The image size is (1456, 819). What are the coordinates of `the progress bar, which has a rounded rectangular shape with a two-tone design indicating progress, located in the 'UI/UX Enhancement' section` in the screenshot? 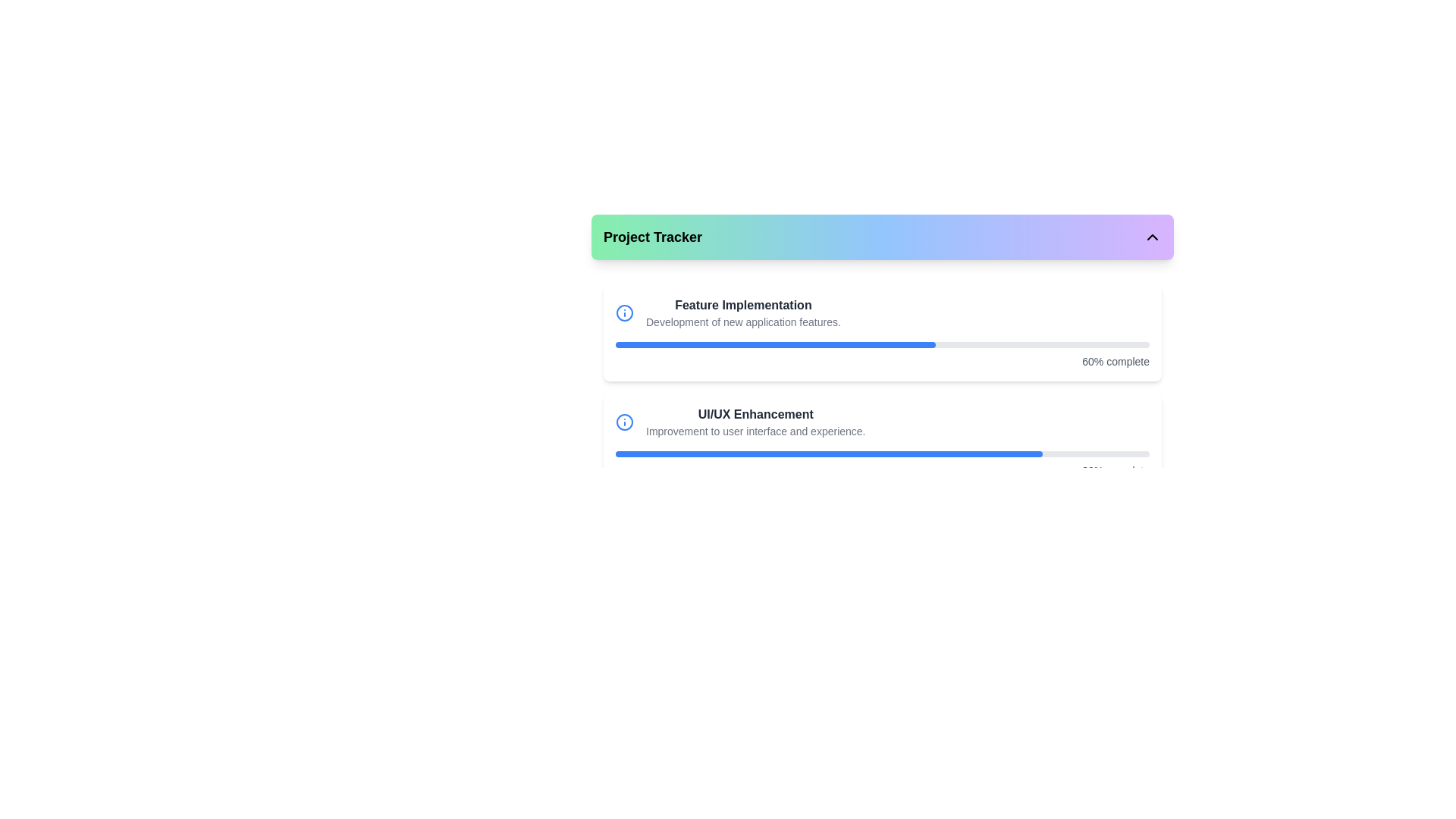 It's located at (882, 453).